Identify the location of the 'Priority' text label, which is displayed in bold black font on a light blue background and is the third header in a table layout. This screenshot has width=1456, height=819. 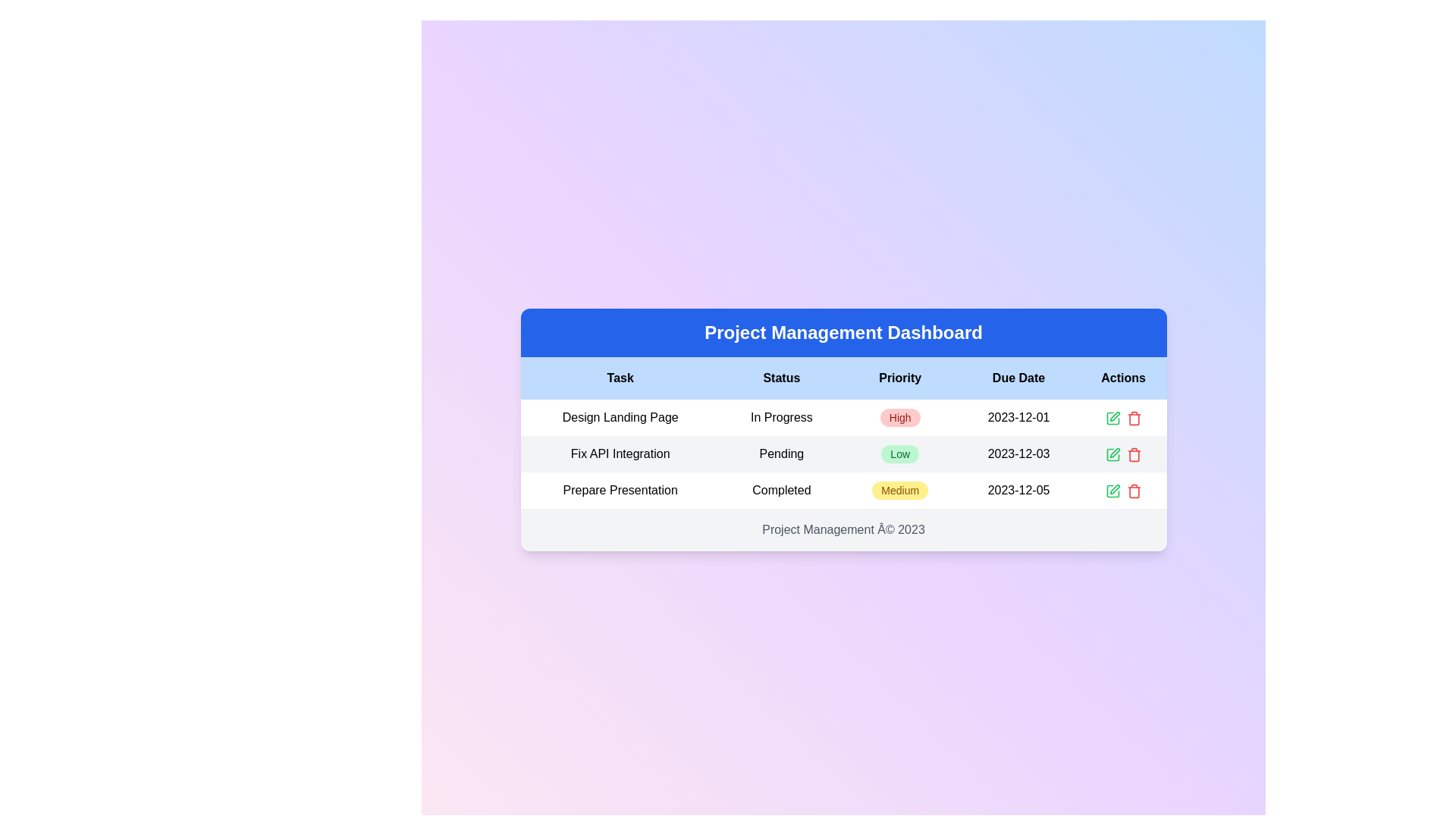
(900, 377).